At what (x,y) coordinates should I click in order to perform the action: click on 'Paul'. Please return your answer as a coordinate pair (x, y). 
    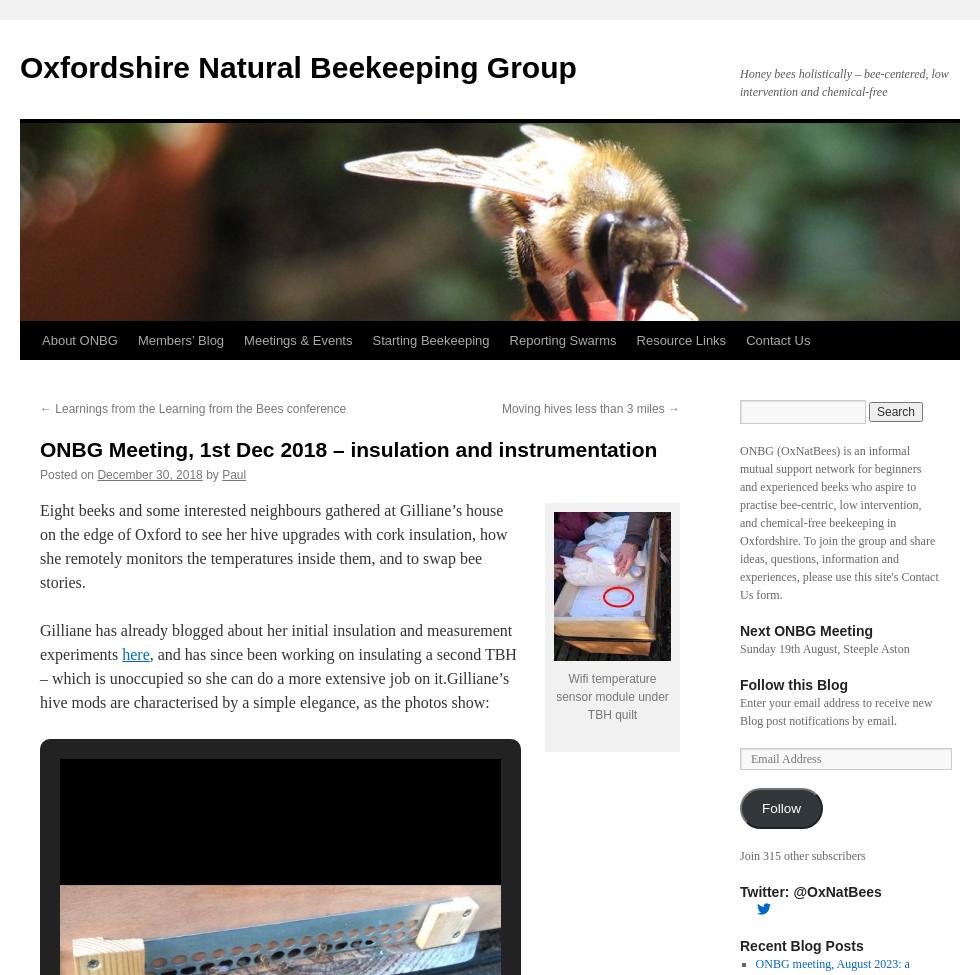
    Looking at the image, I should click on (234, 475).